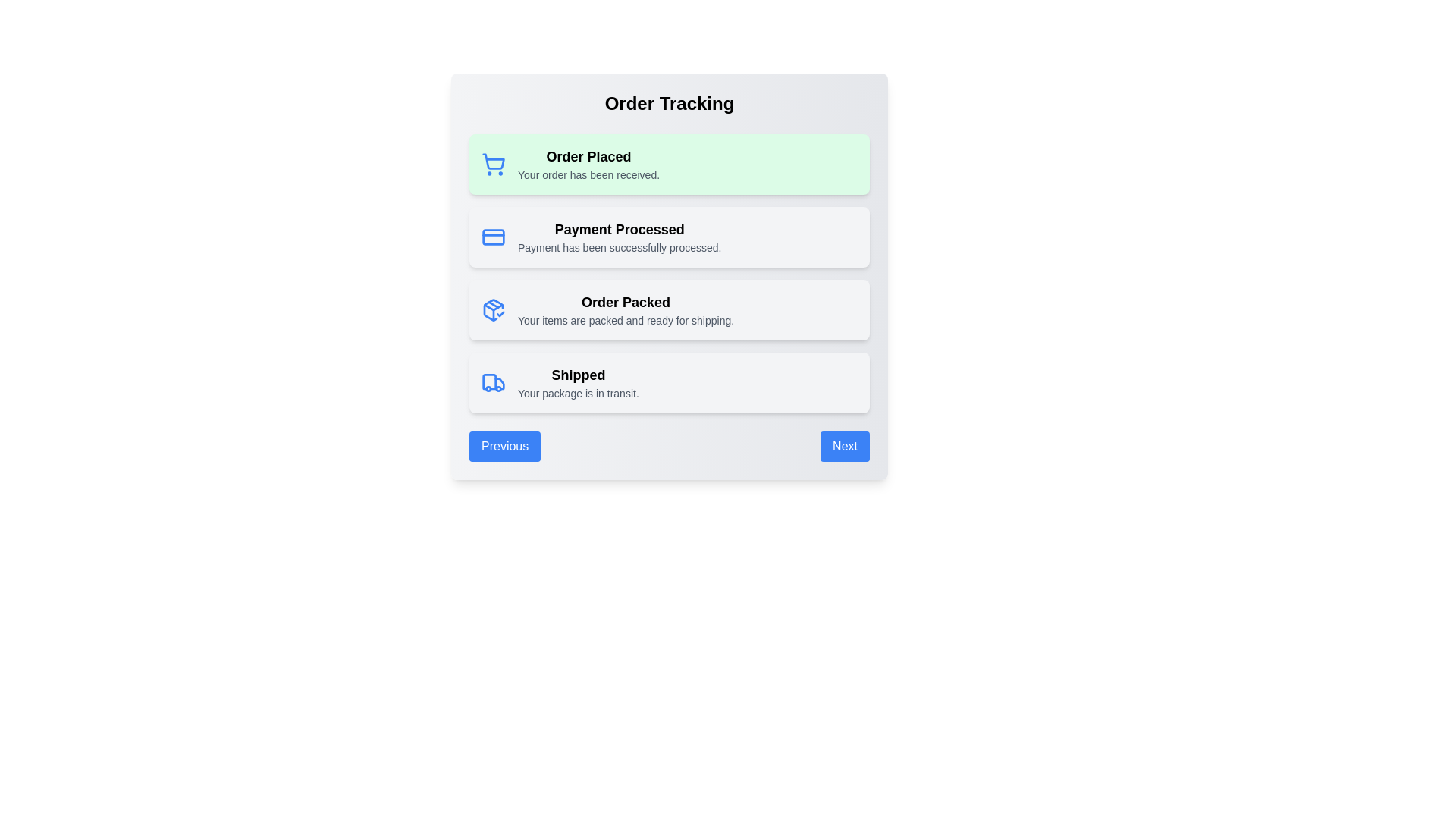 This screenshot has width=1456, height=819. Describe the element at coordinates (505, 446) in the screenshot. I see `the 'Previous' button with blue background and white text to reduce opacity` at that location.